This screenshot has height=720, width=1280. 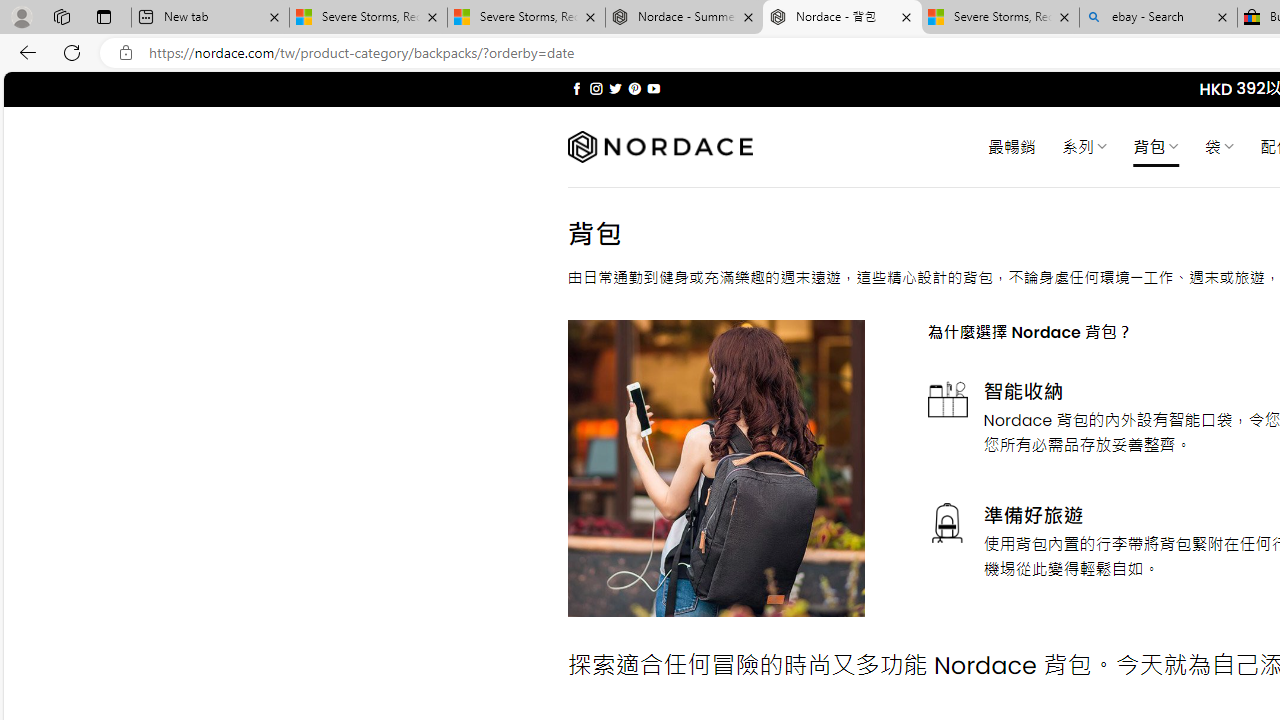 What do you see at coordinates (125, 52) in the screenshot?
I see `'View site information'` at bounding box center [125, 52].